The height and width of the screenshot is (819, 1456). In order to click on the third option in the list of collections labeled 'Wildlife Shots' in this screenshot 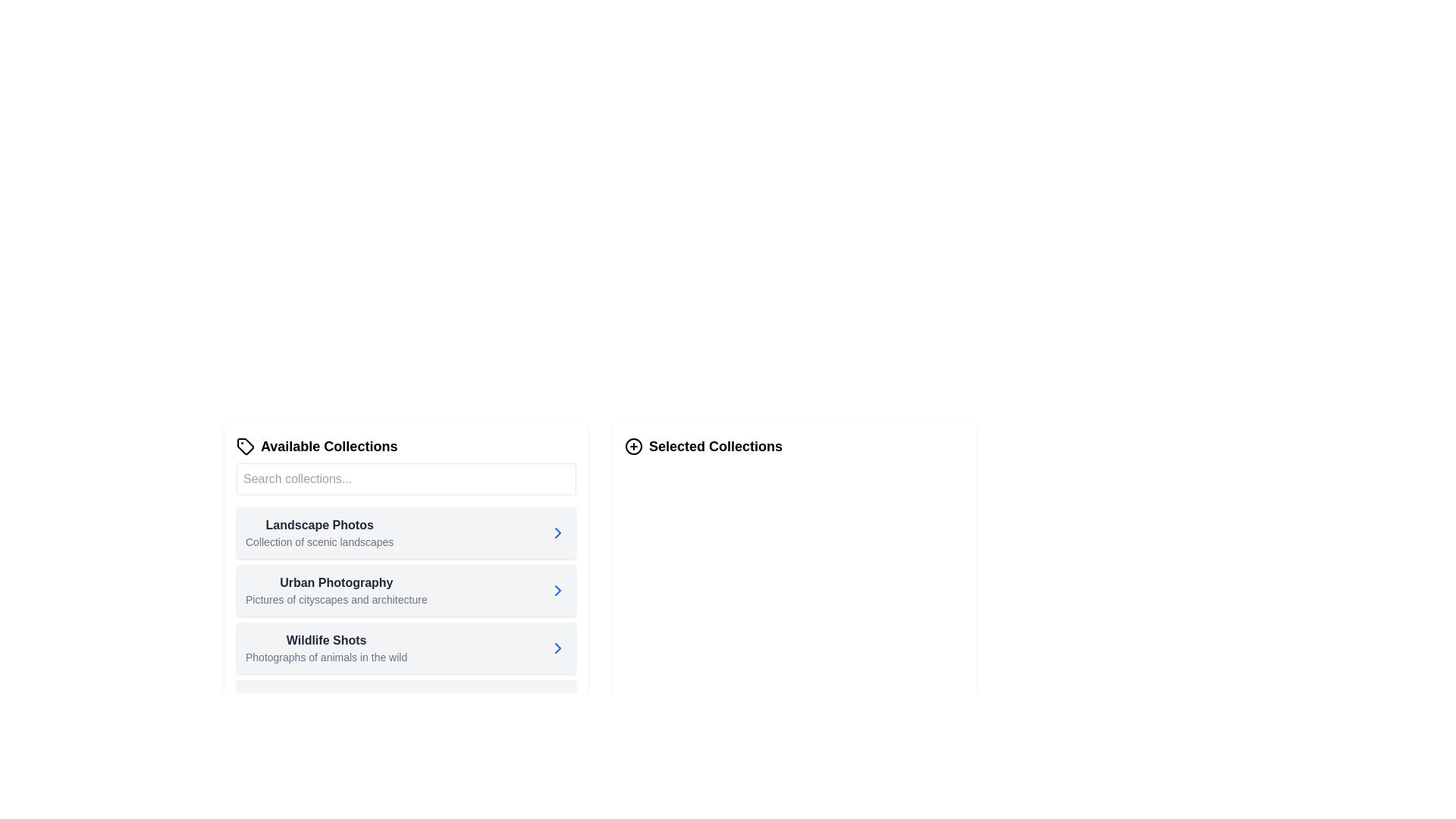, I will do `click(325, 648)`.